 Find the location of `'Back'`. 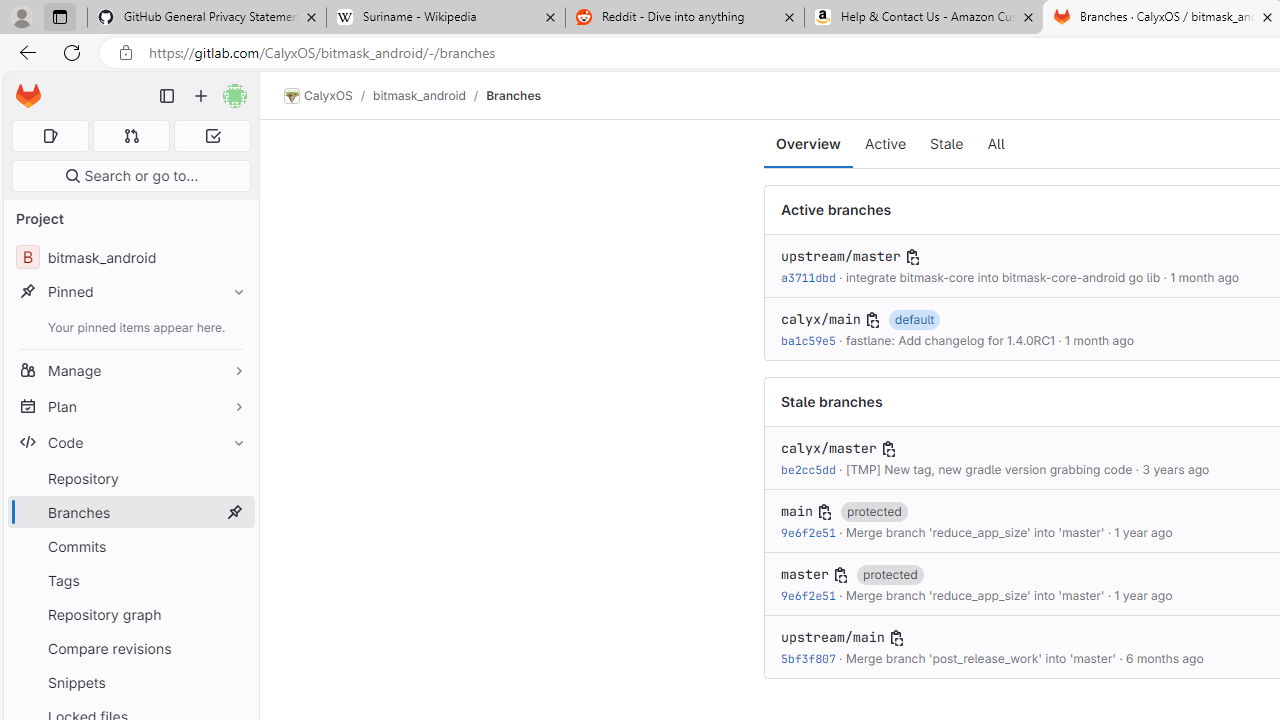

'Back' is located at coordinates (24, 51).